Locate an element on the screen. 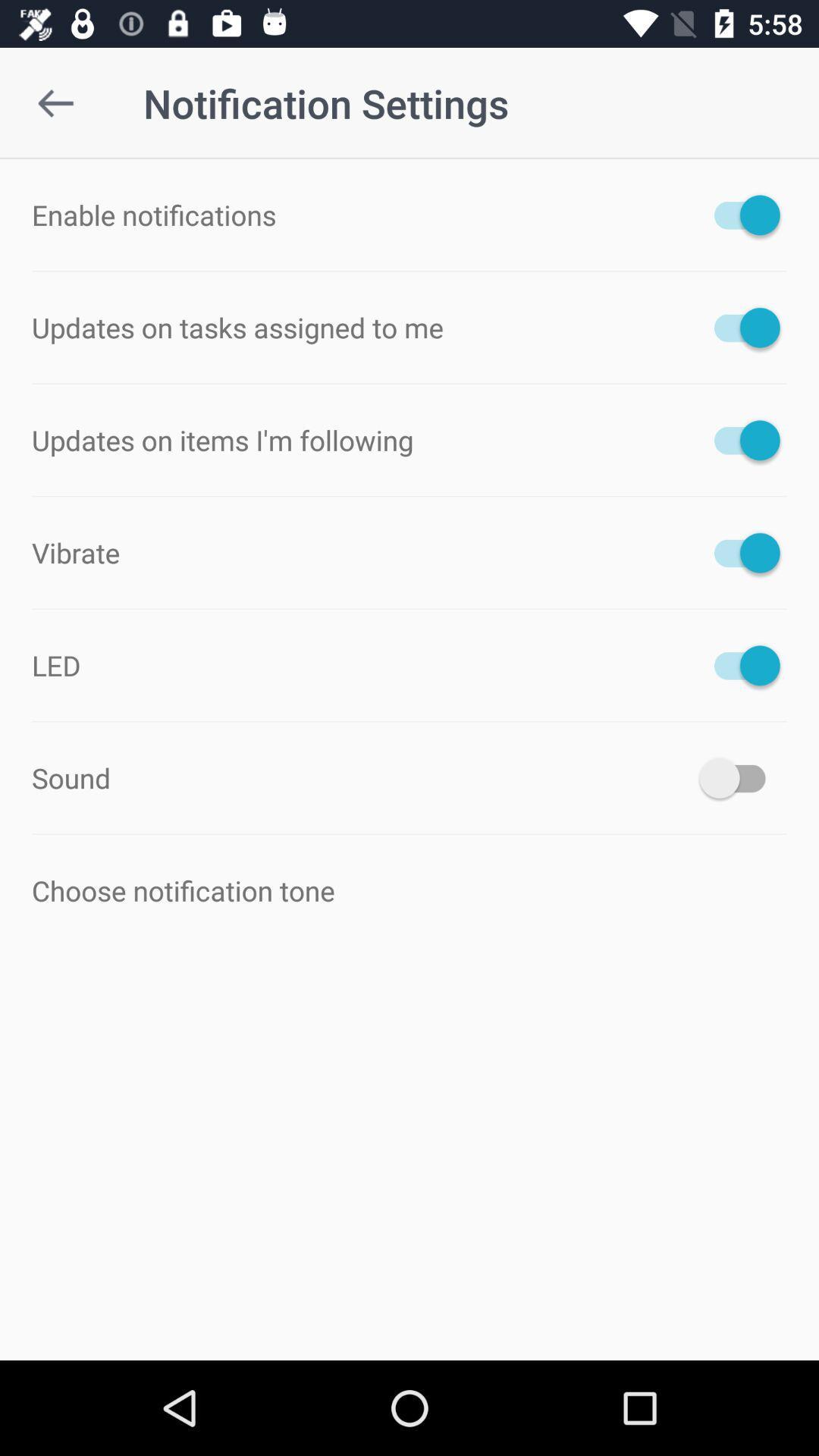 This screenshot has width=819, height=1456. the item to the left of the notification settings icon is located at coordinates (55, 102).